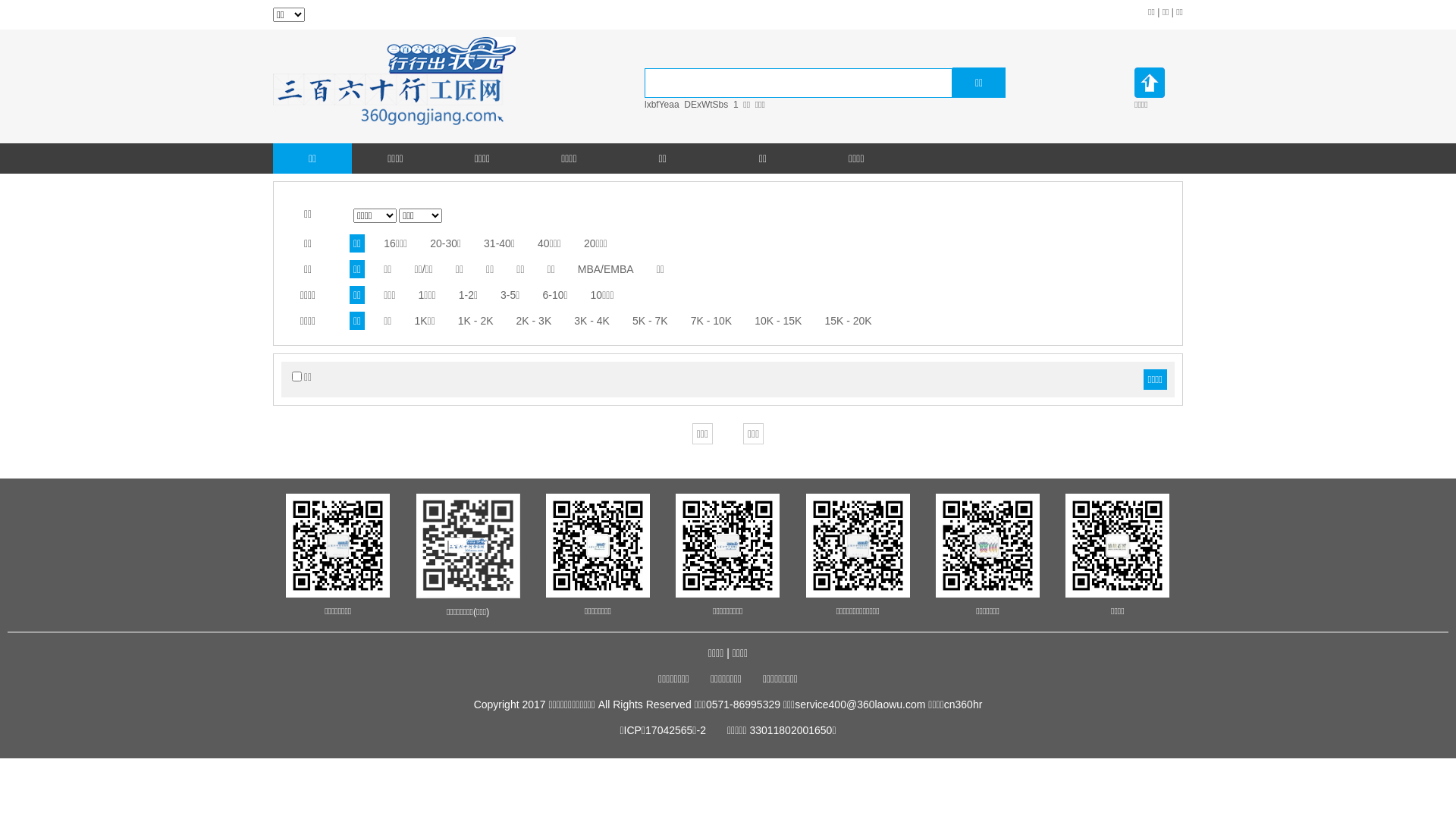 This screenshot has height=819, width=1456. Describe the element at coordinates (650, 320) in the screenshot. I see `'5K - 7K'` at that location.